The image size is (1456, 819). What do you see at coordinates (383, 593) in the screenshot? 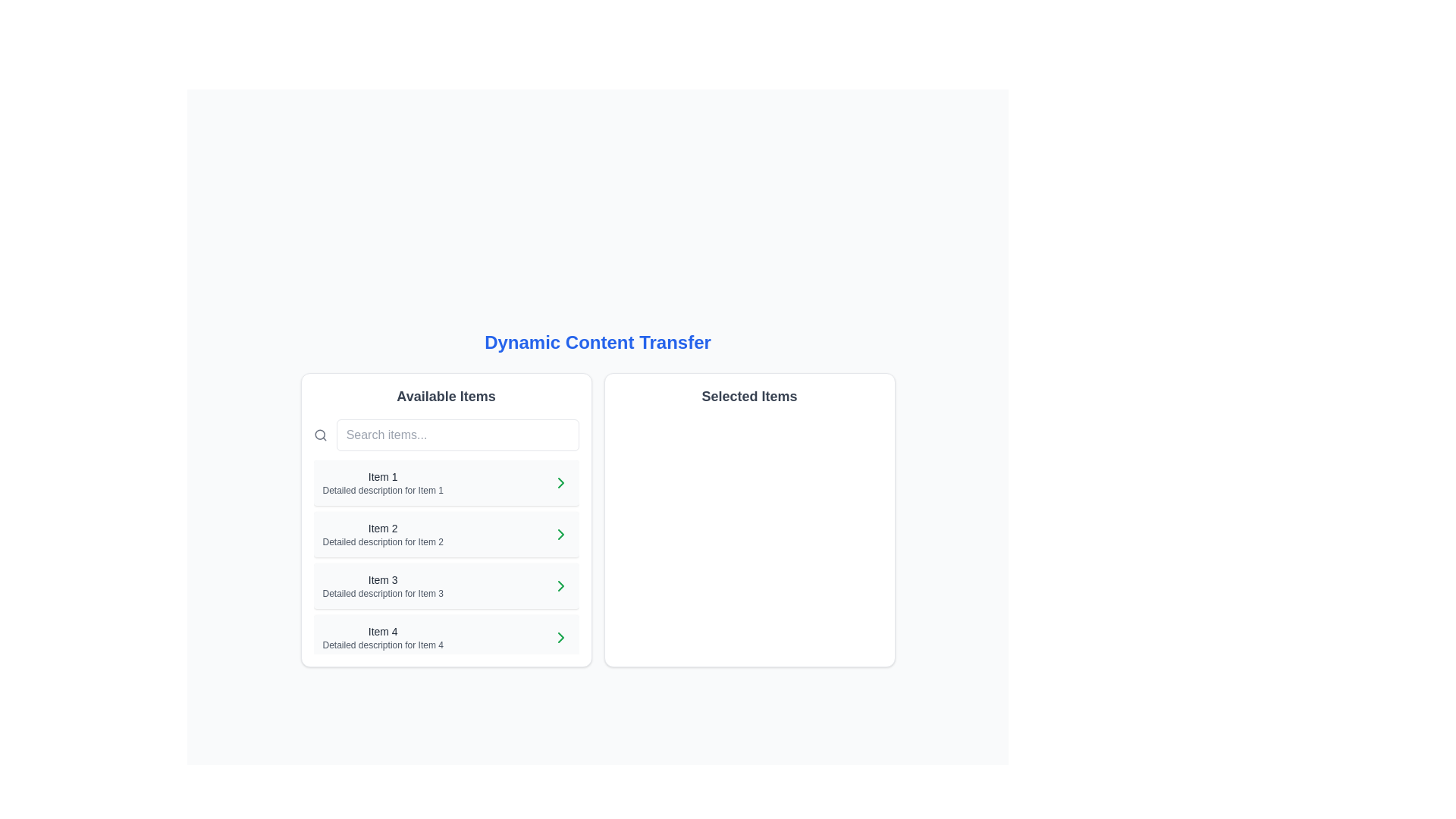
I see `the text display element that reads 'Detailed description for Item 3', which is styled in light gray and positioned below the title 'Item 3' in the 'Available Items' section` at bounding box center [383, 593].